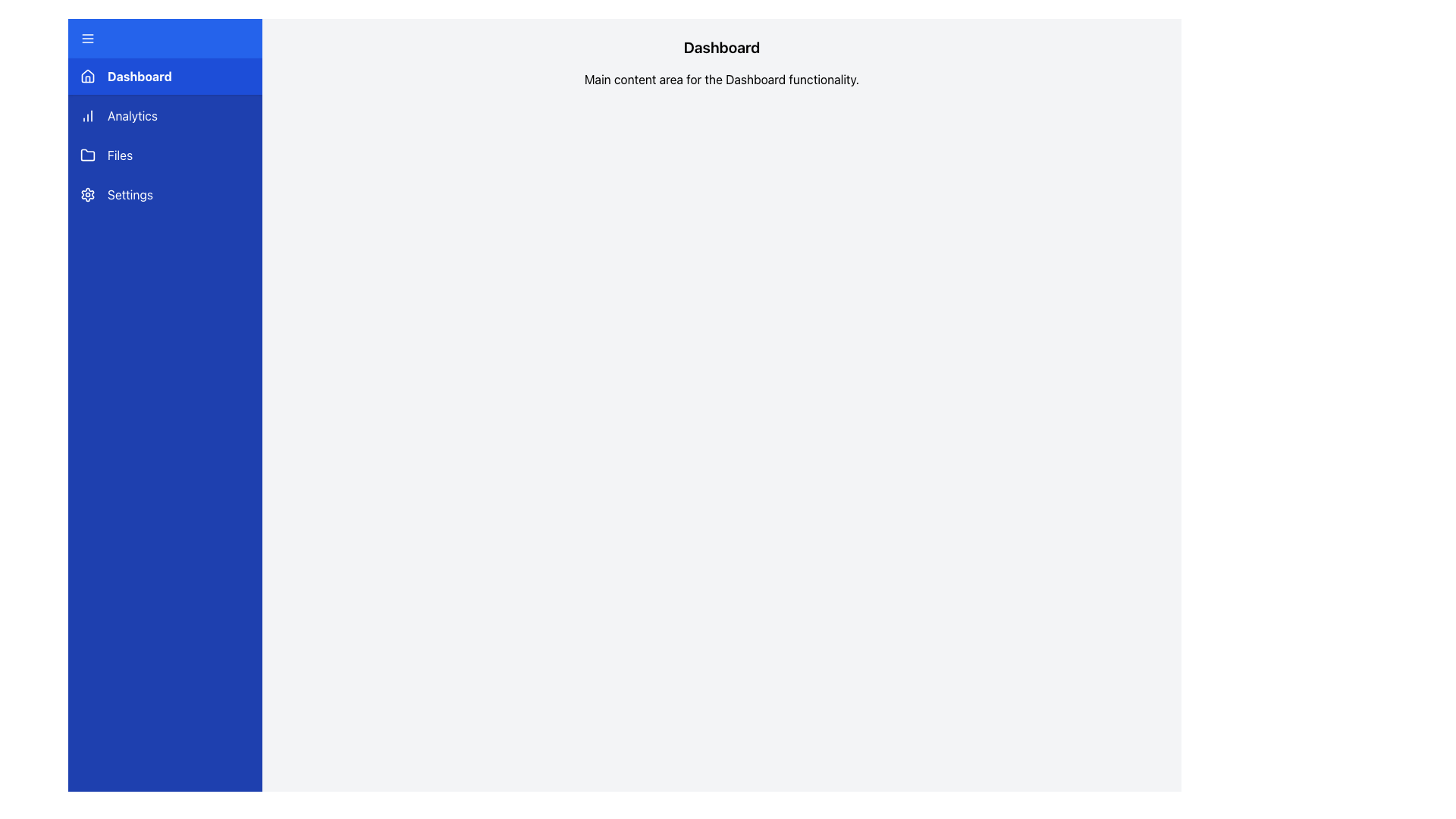  I want to click on the home icon located in the left sidebar, beside the 'Dashboard' text, so click(86, 76).